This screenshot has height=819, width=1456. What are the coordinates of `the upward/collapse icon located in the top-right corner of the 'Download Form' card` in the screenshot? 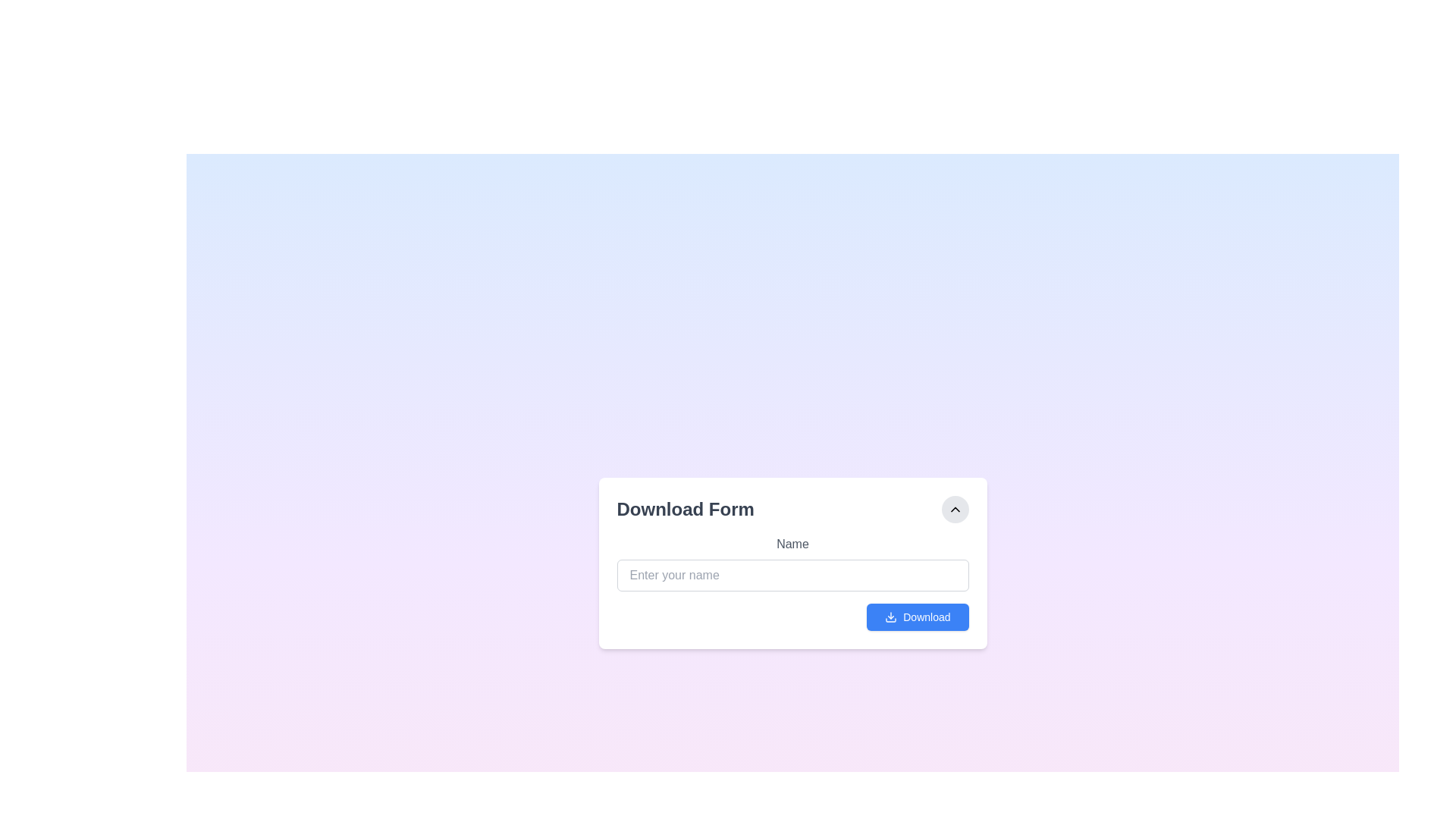 It's located at (954, 509).